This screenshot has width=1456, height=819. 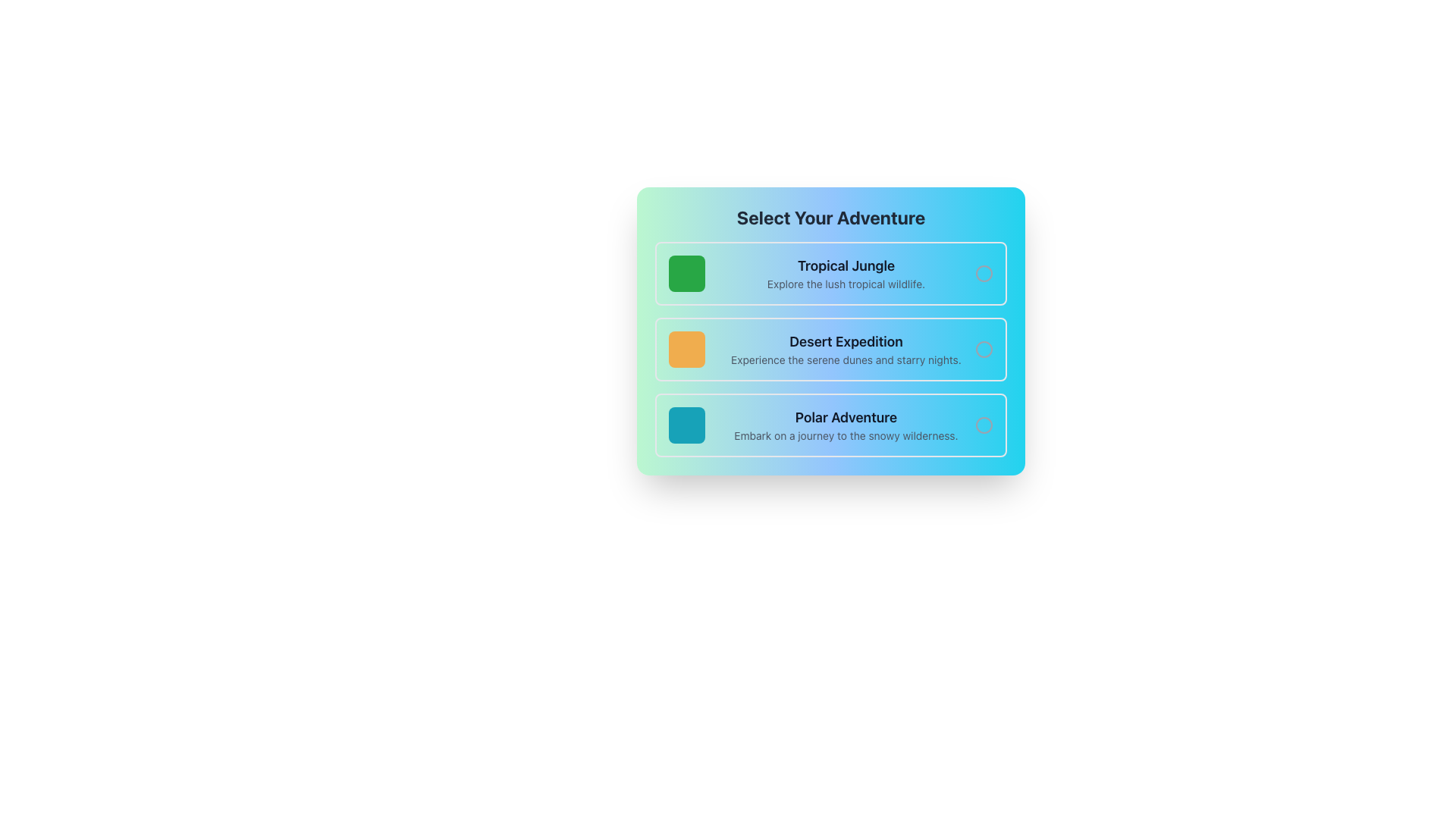 What do you see at coordinates (686, 350) in the screenshot?
I see `the orange-yellow square area with rounded corners located to the left of the 'Desert Expedition' entry in the vertically stacked list` at bounding box center [686, 350].